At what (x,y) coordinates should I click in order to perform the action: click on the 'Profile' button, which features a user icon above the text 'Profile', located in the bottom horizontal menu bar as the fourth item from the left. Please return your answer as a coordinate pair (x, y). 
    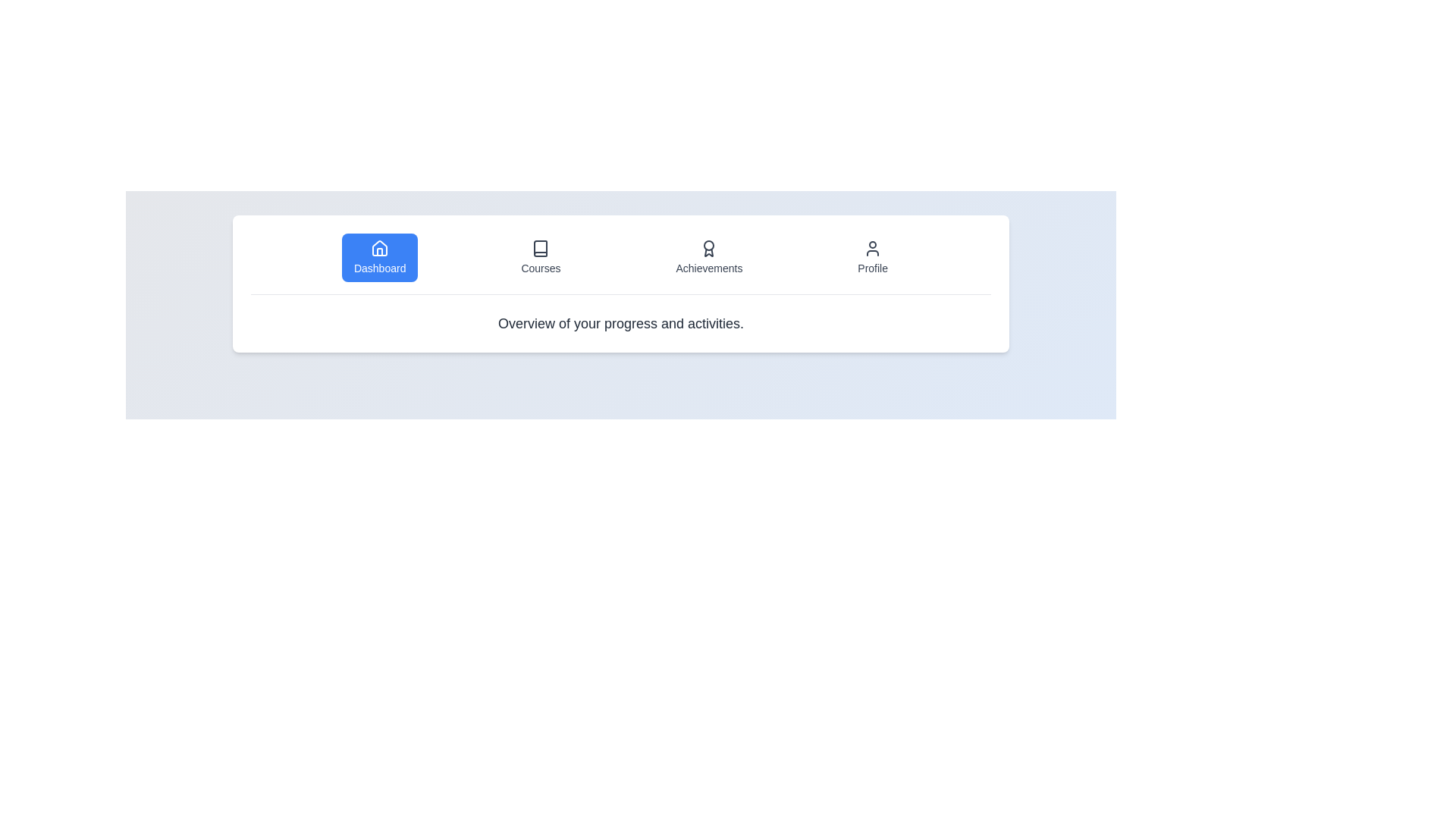
    Looking at the image, I should click on (873, 256).